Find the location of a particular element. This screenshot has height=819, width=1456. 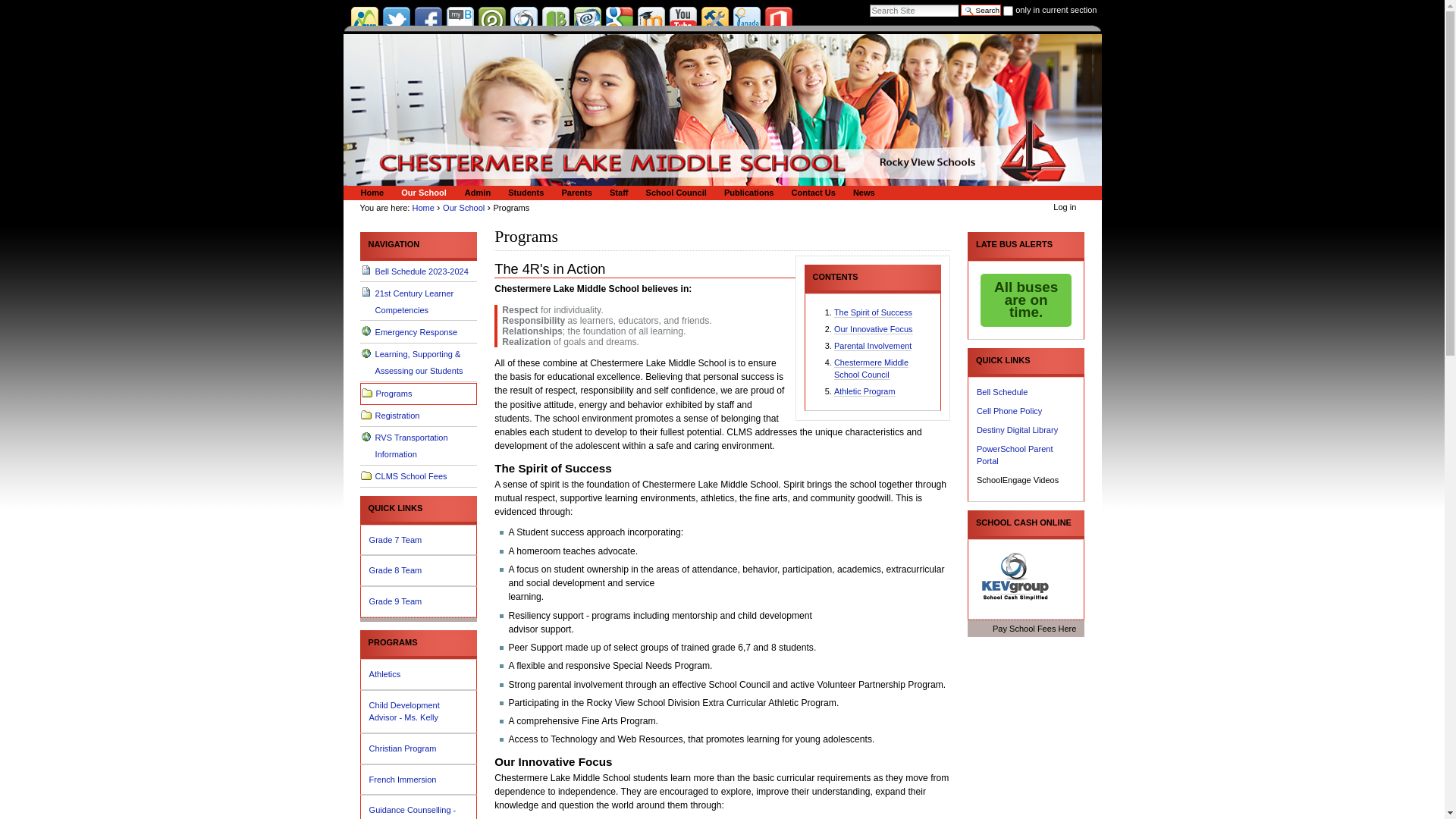

'Registration' is located at coordinates (359, 416).